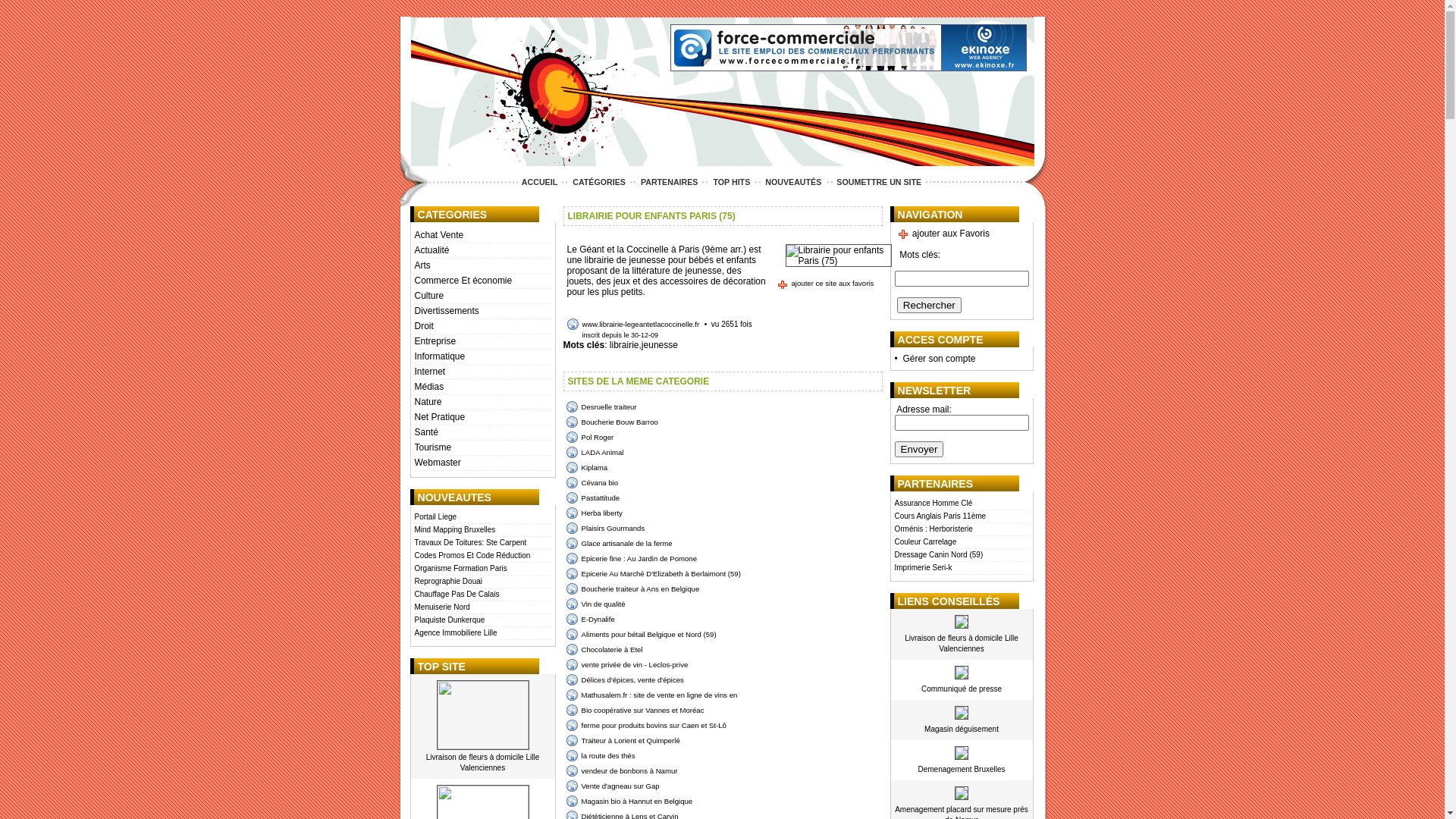  I want to click on 'Tourisme', so click(481, 447).